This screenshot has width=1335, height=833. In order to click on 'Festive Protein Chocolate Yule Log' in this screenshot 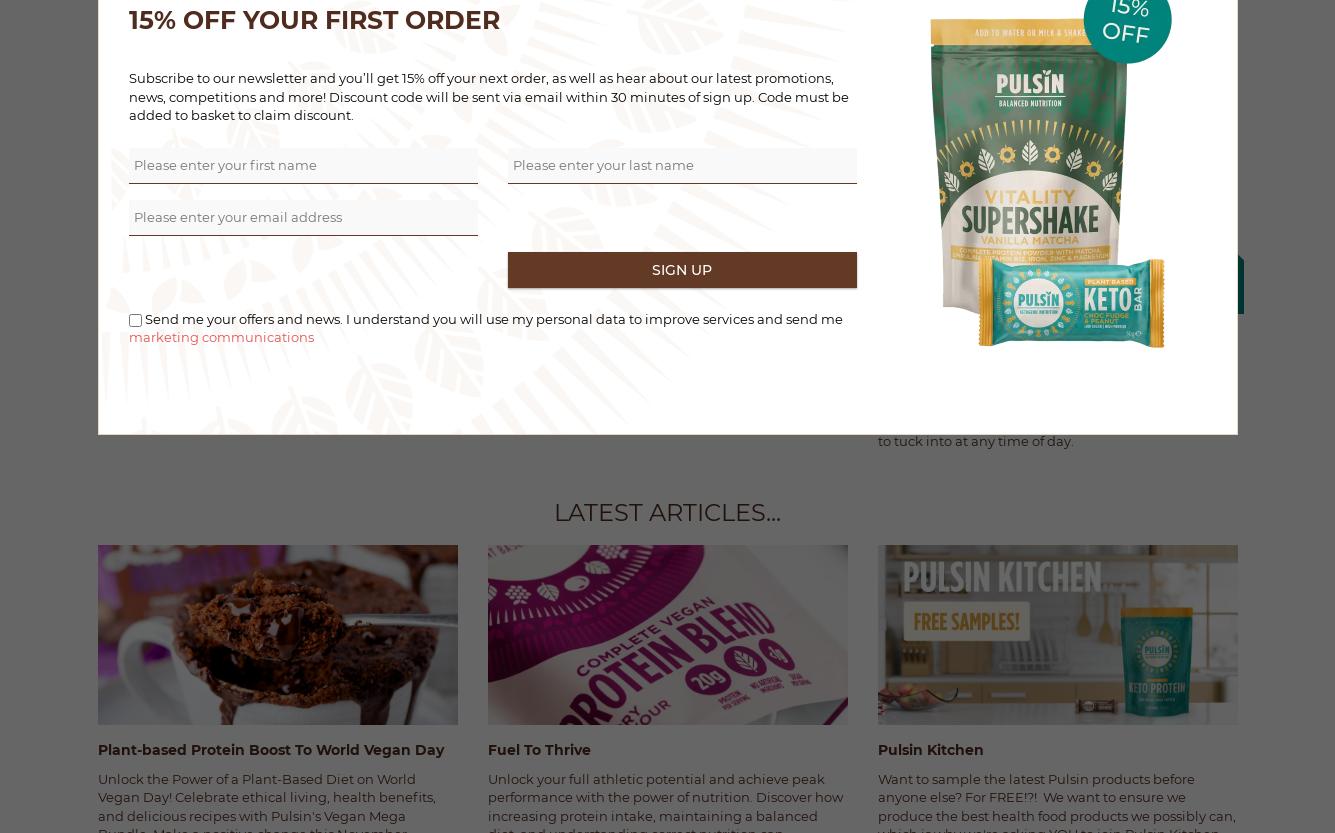, I will do `click(614, 374)`.